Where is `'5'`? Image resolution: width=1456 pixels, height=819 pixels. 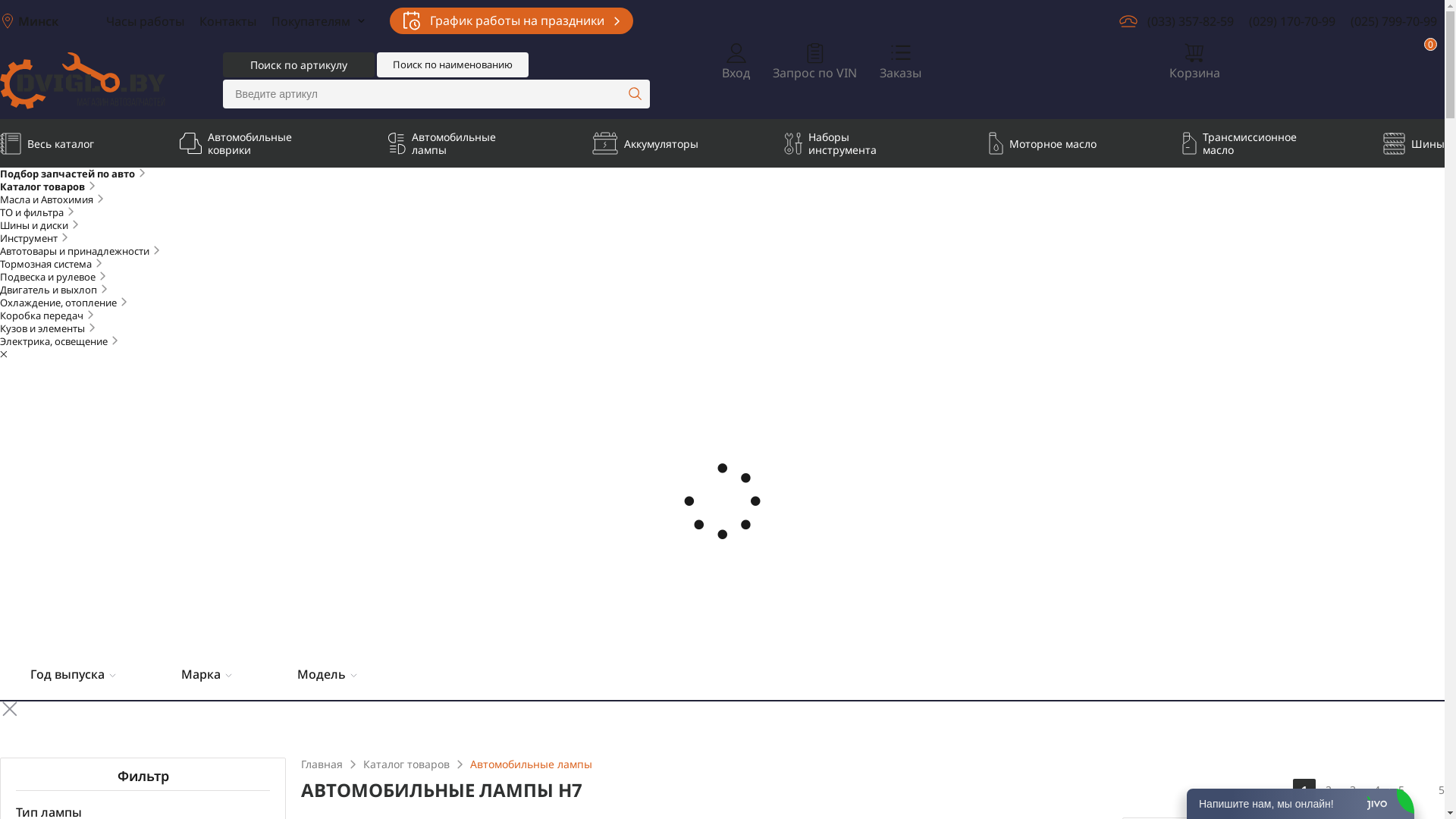
'5' is located at coordinates (1401, 789).